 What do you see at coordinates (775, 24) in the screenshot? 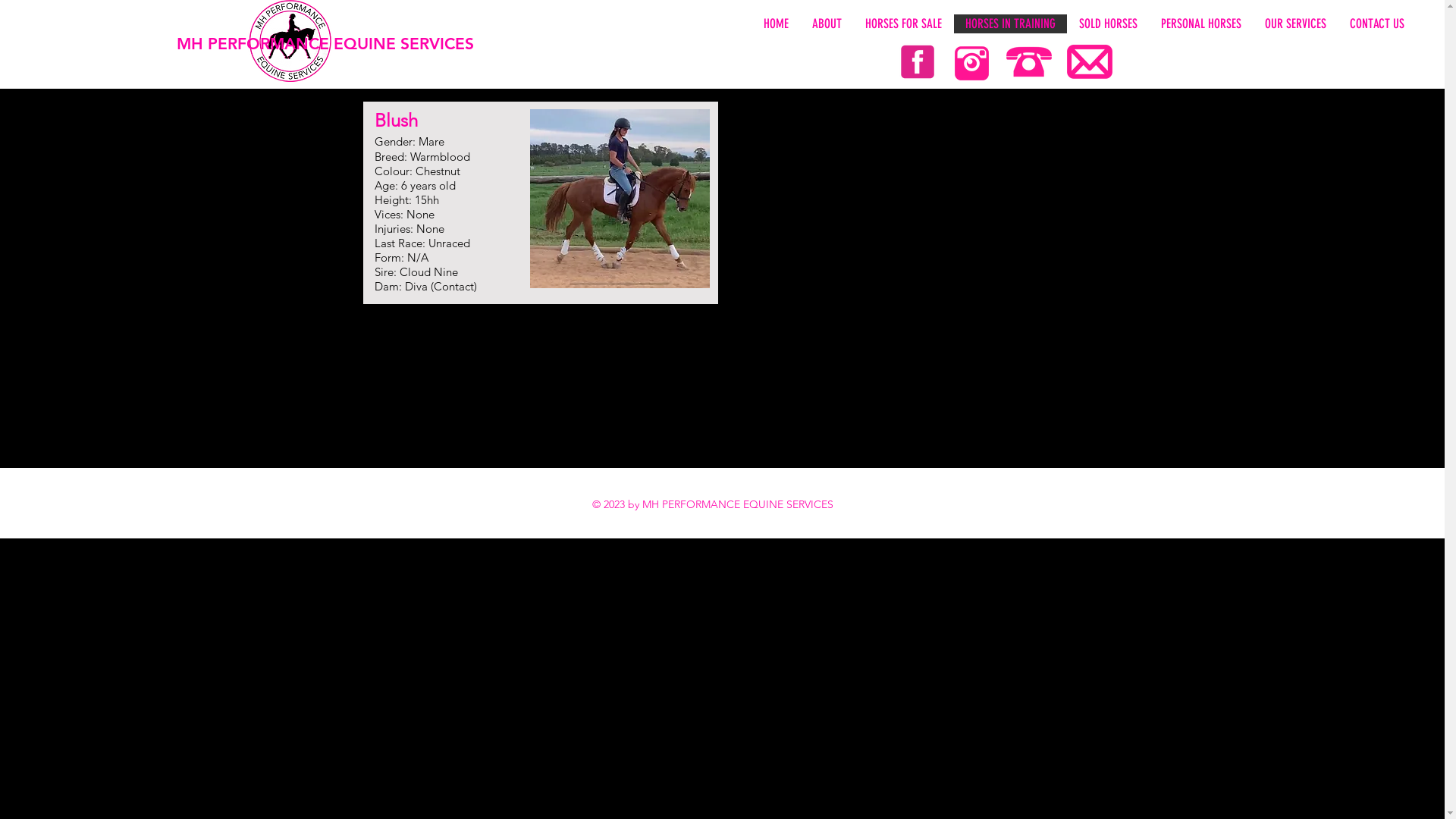
I see `'HOME'` at bounding box center [775, 24].